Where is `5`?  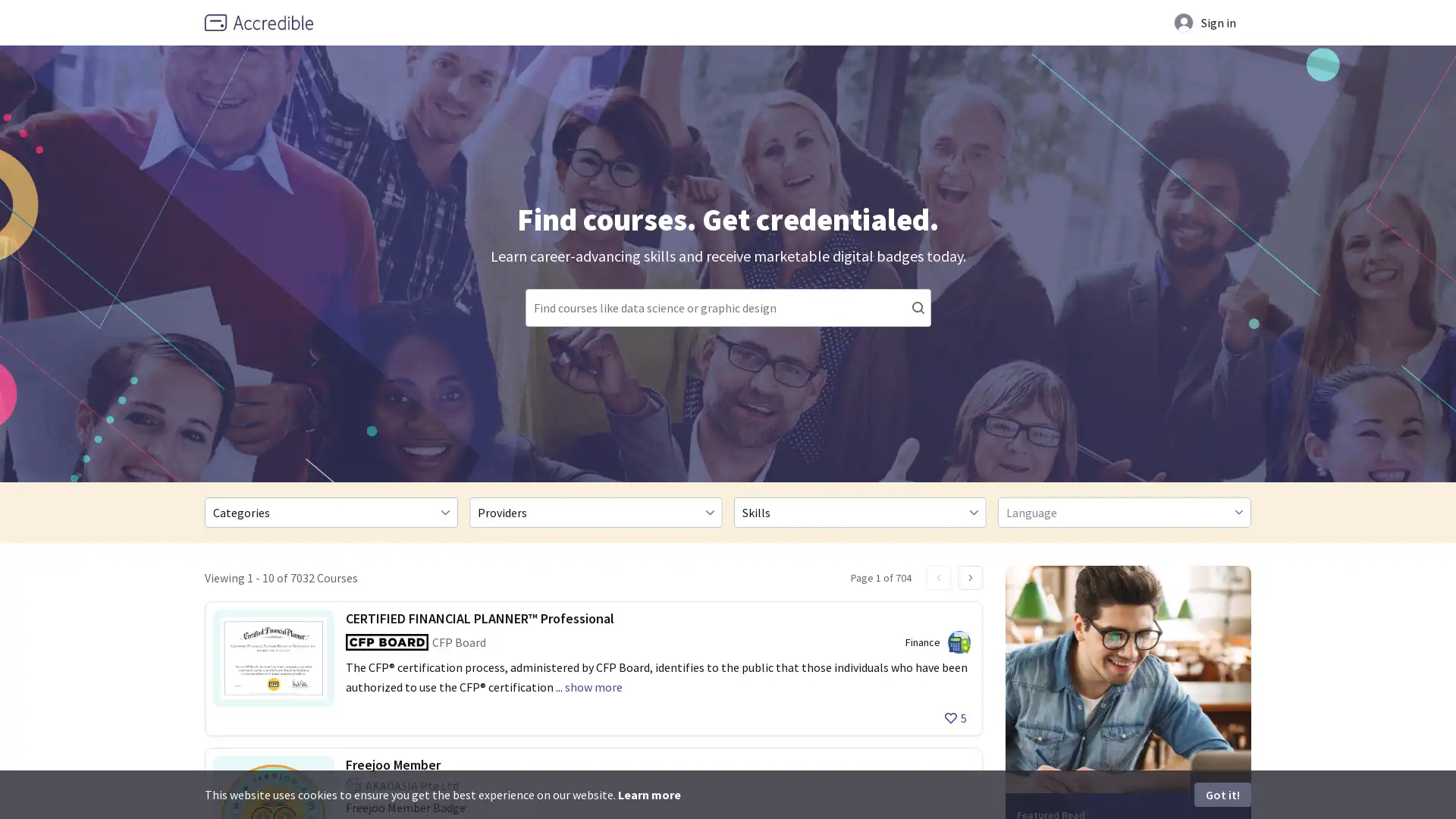 5 is located at coordinates (955, 717).